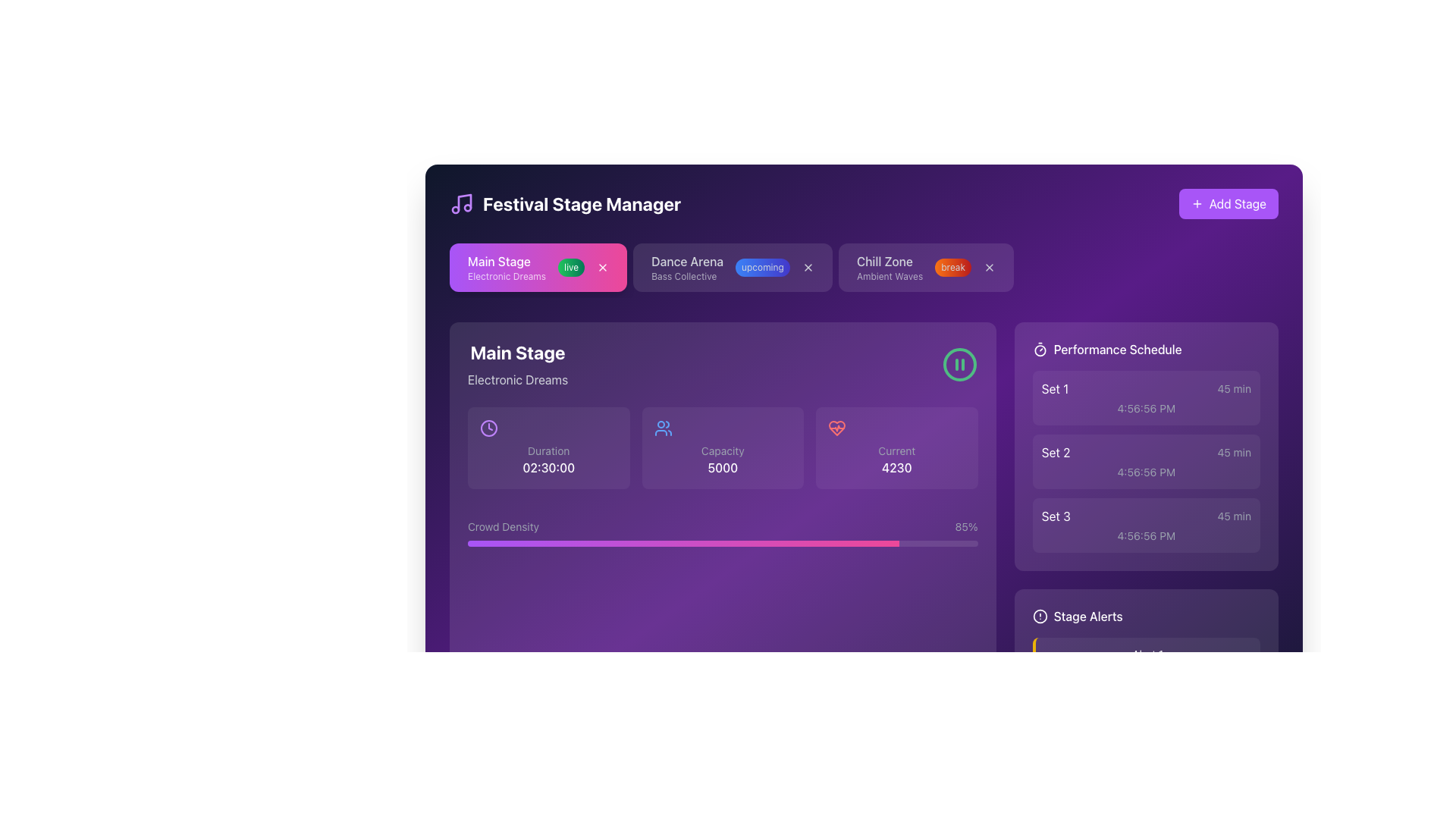  What do you see at coordinates (686, 260) in the screenshot?
I see `text label identifying the stage area named 'Dance Arena', which is located horizontally aligned among other stage labels such as 'Main Stage' and 'Chill Zone'` at bounding box center [686, 260].